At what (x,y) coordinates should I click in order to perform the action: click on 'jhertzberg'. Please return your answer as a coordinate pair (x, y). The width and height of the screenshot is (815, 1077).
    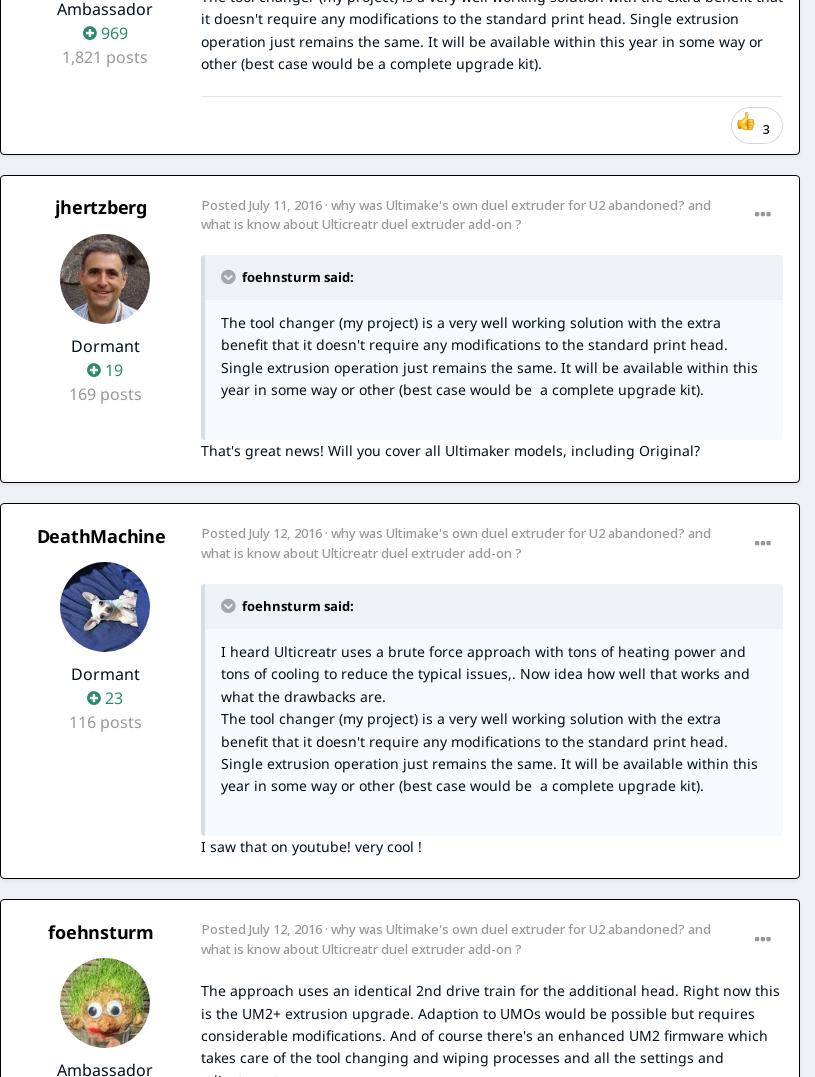
    Looking at the image, I should click on (54, 205).